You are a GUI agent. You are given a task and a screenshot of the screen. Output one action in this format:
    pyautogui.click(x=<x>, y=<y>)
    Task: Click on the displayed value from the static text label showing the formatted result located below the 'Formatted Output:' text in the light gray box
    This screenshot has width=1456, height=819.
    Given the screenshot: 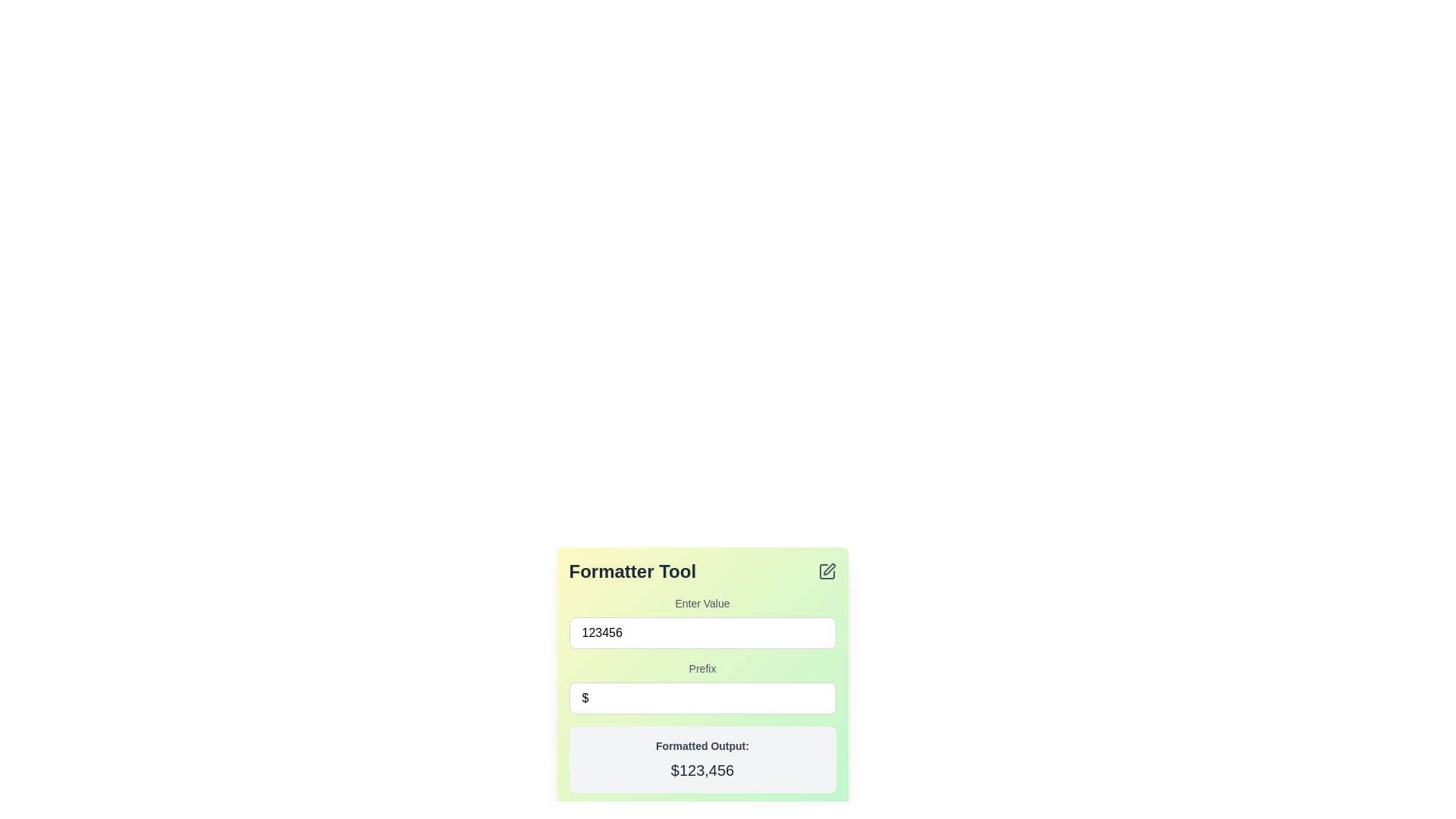 What is the action you would take?
    pyautogui.click(x=701, y=770)
    